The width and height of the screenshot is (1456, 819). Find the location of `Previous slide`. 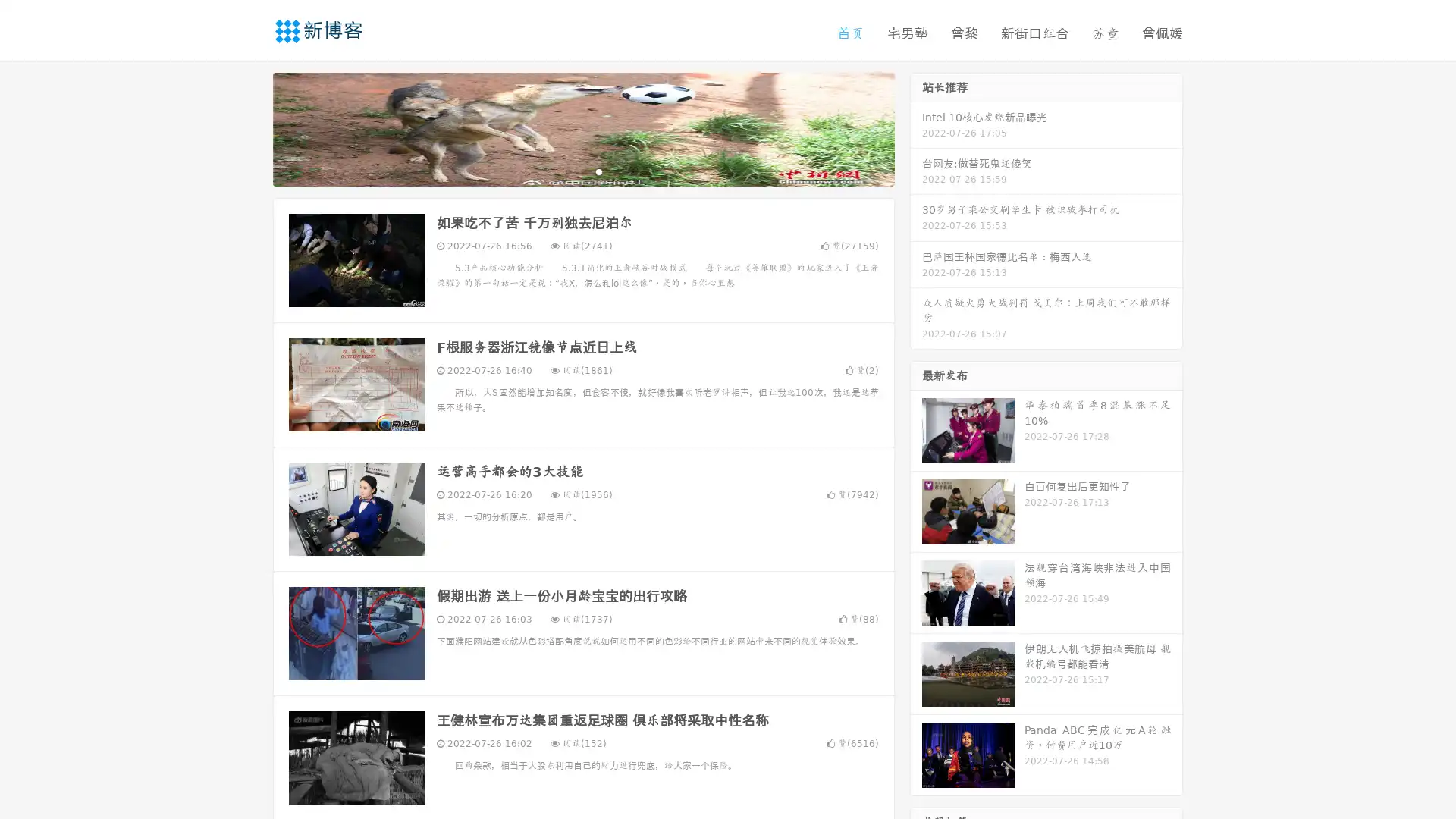

Previous slide is located at coordinates (250, 127).